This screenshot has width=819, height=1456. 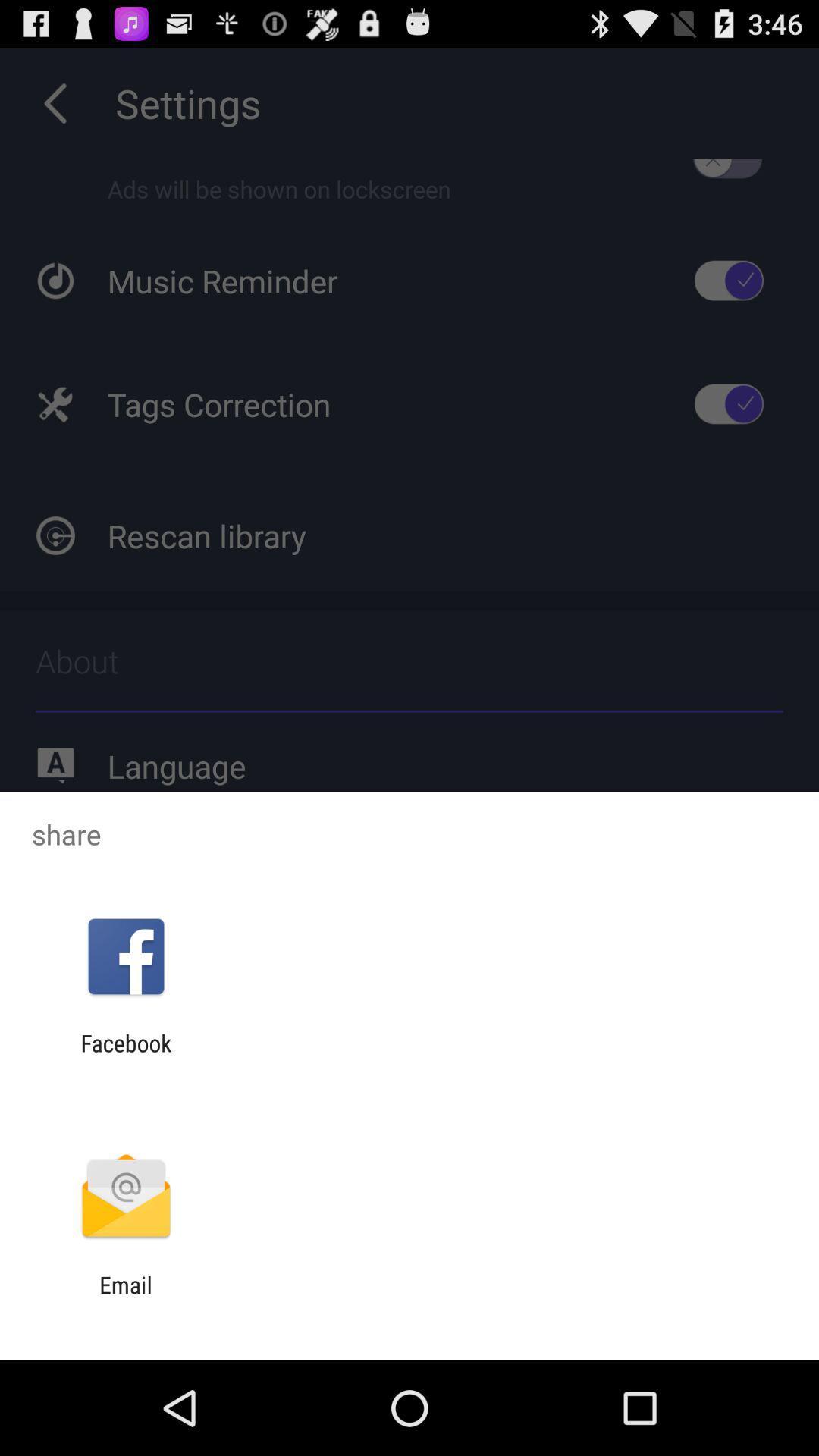 I want to click on email icon, so click(x=125, y=1298).